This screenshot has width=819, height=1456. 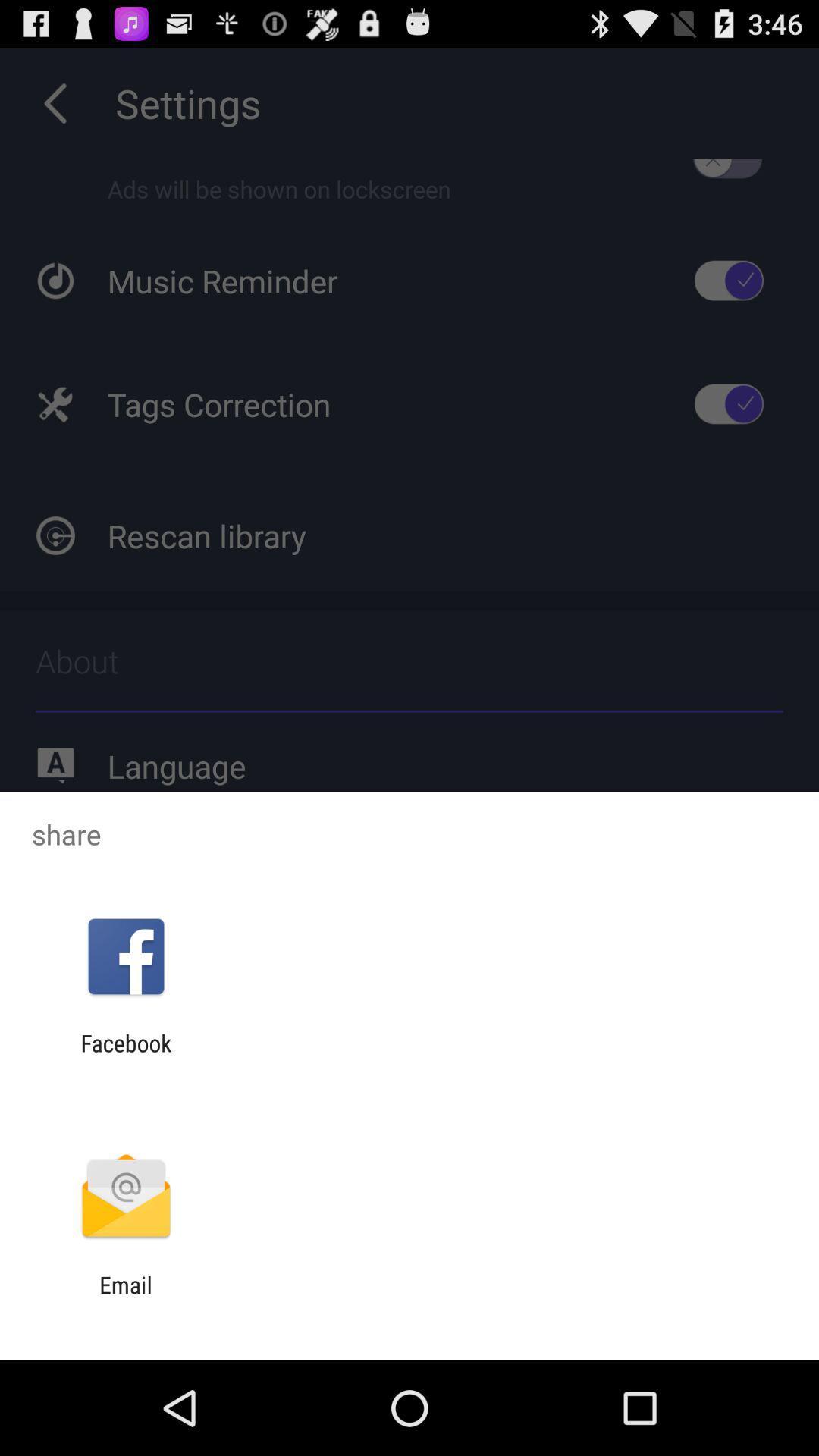 I want to click on email icon, so click(x=125, y=1298).